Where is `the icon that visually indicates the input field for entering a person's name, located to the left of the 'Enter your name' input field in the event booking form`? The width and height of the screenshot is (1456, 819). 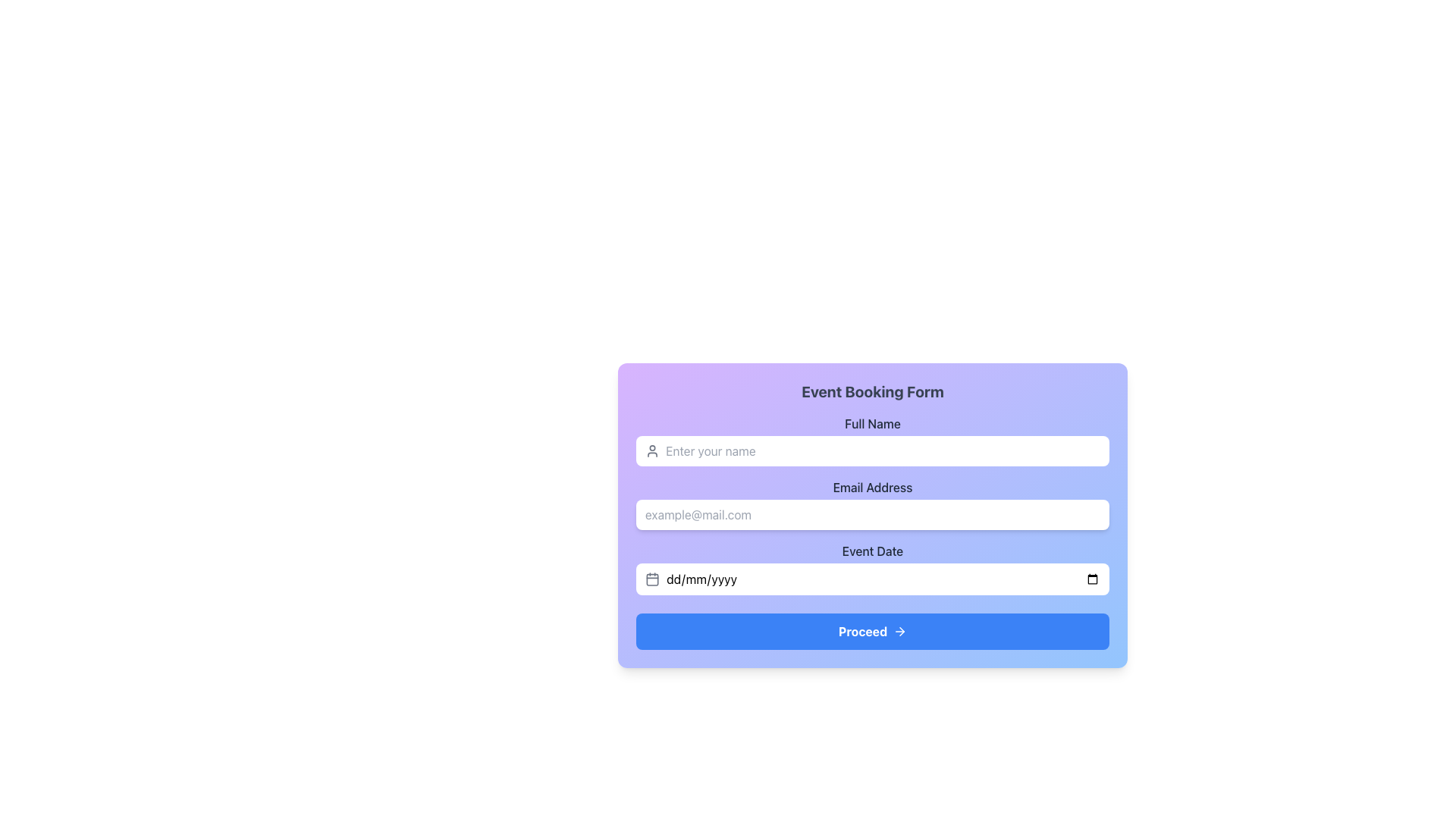
the icon that visually indicates the input field for entering a person's name, located to the left of the 'Enter your name' input field in the event booking form is located at coordinates (652, 450).